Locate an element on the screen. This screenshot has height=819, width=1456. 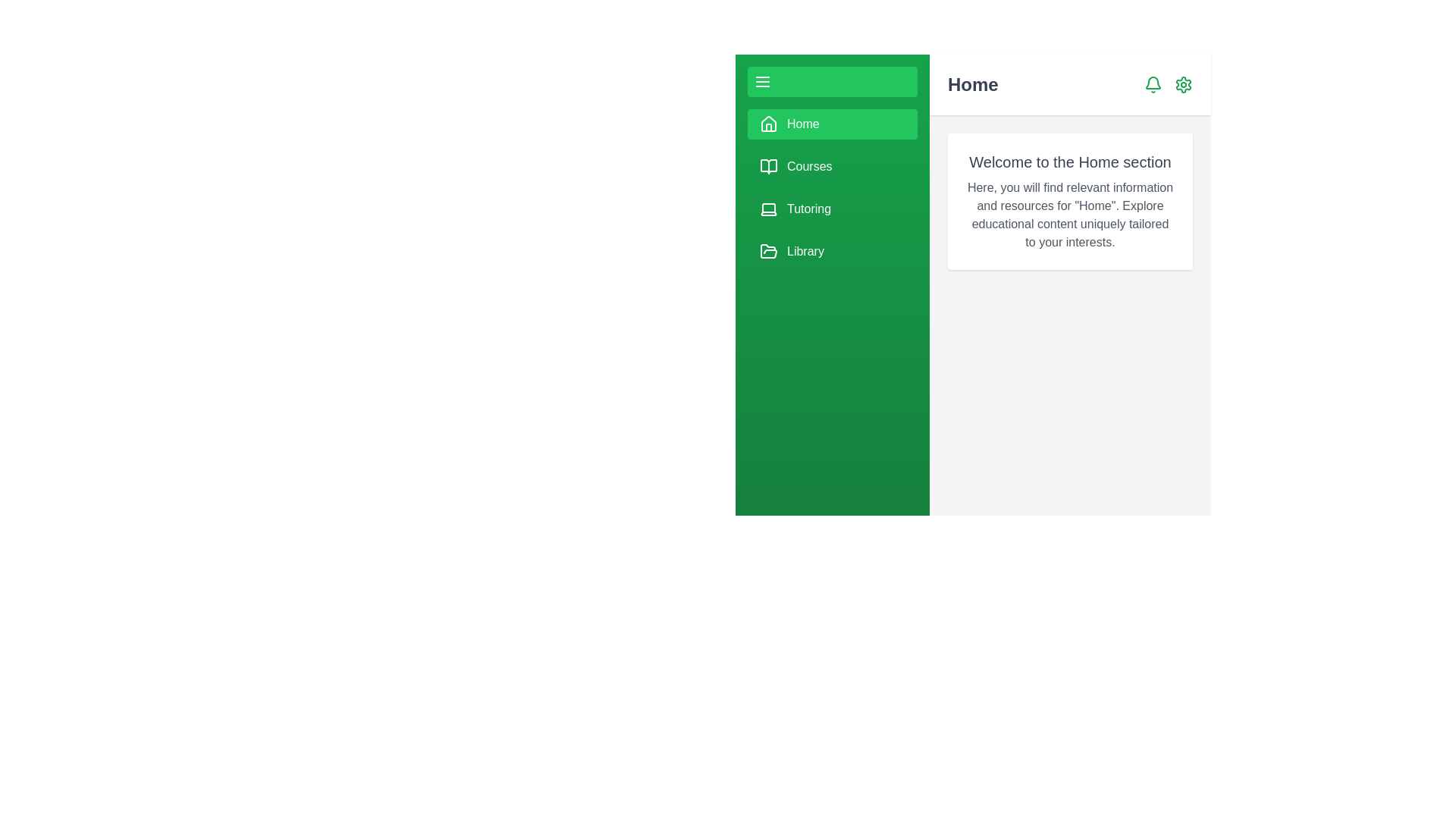
the green cogwheel SVG icon in the top-right corner of the interface is located at coordinates (1182, 84).